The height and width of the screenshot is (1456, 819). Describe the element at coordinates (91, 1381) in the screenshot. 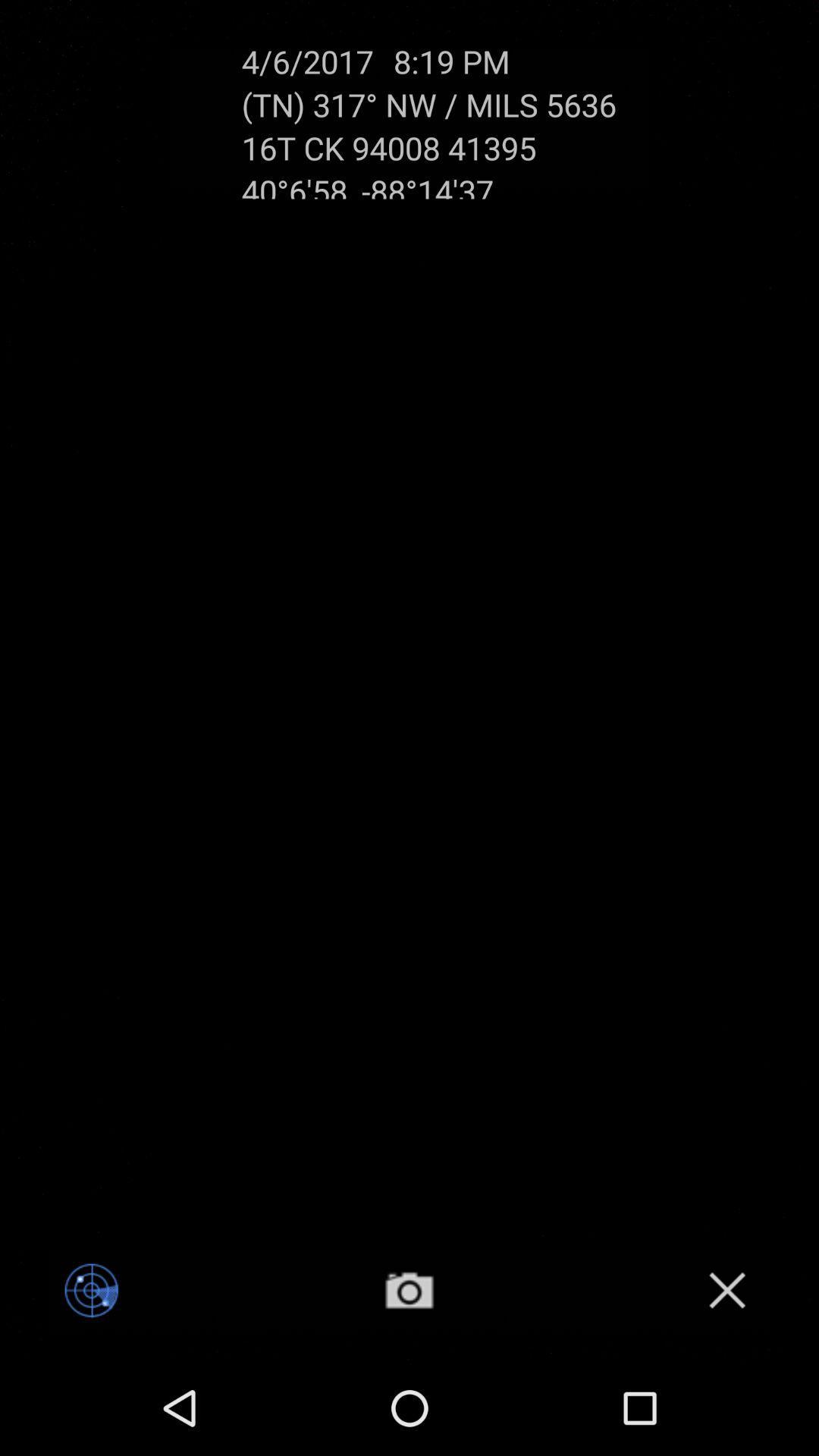

I see `the location_crosshair icon` at that location.